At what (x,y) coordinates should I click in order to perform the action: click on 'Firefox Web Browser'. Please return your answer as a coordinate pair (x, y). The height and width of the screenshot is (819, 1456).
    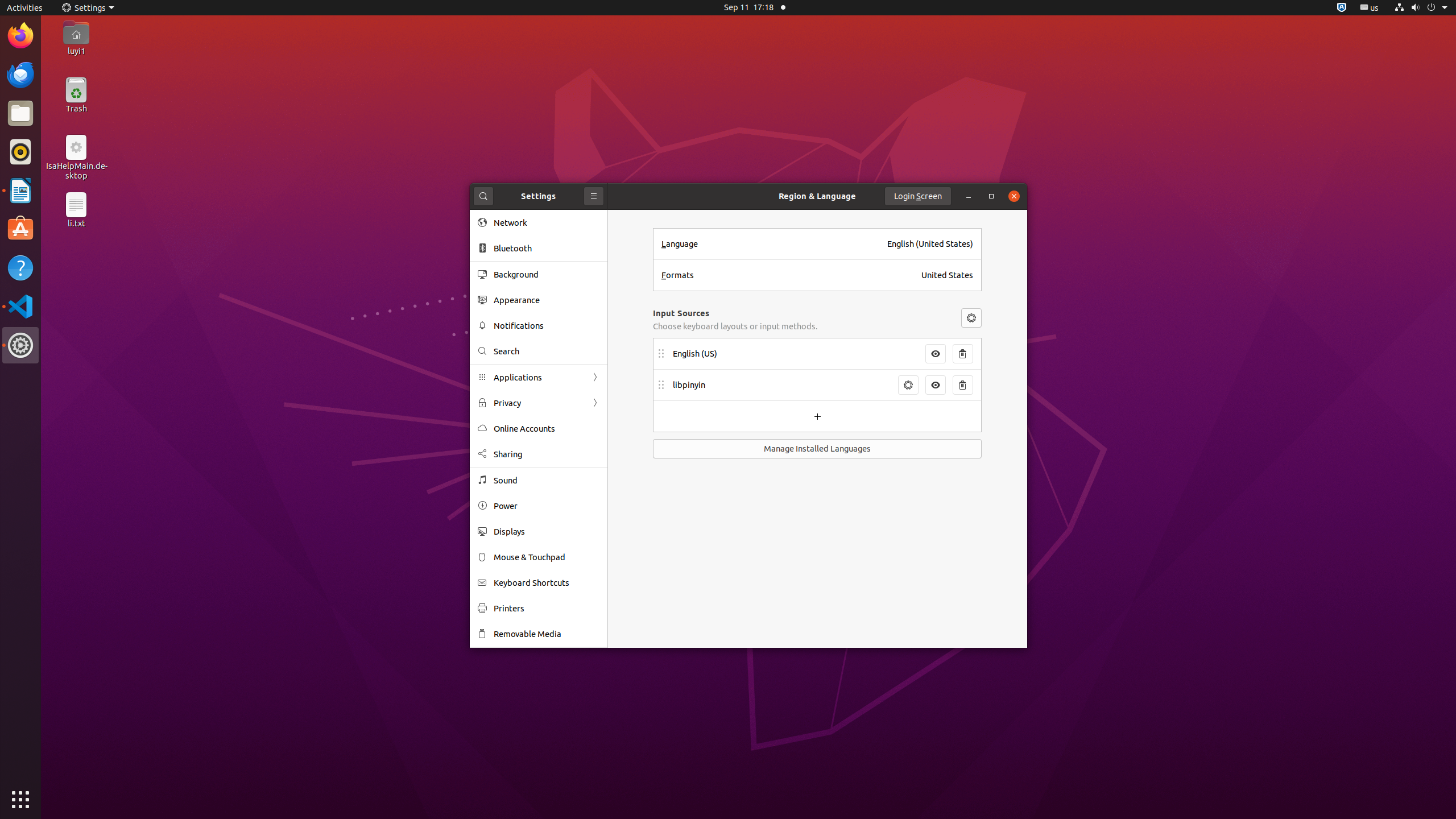
    Looking at the image, I should click on (20, 35).